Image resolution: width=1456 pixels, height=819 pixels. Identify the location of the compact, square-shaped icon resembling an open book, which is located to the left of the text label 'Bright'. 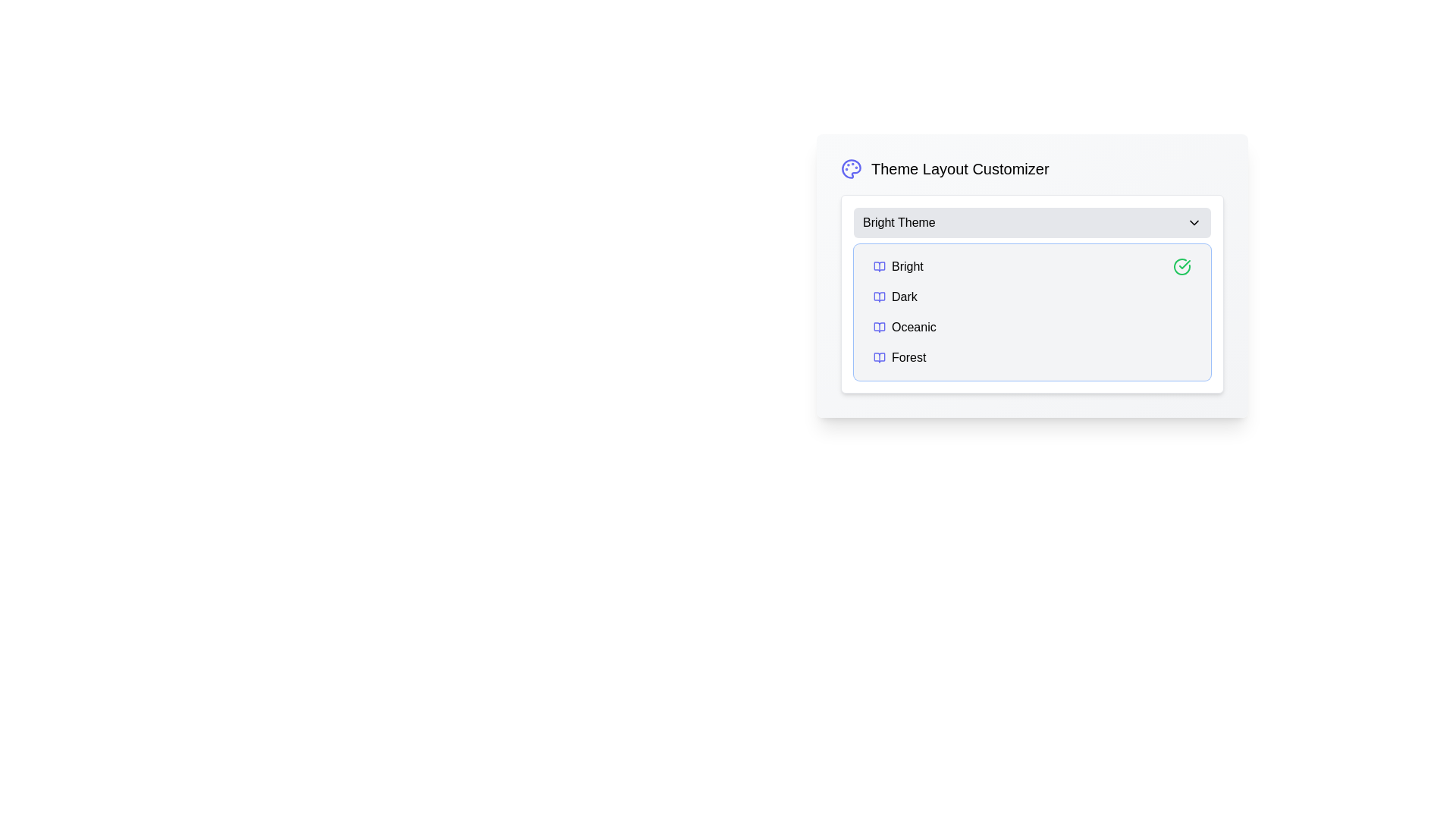
(880, 265).